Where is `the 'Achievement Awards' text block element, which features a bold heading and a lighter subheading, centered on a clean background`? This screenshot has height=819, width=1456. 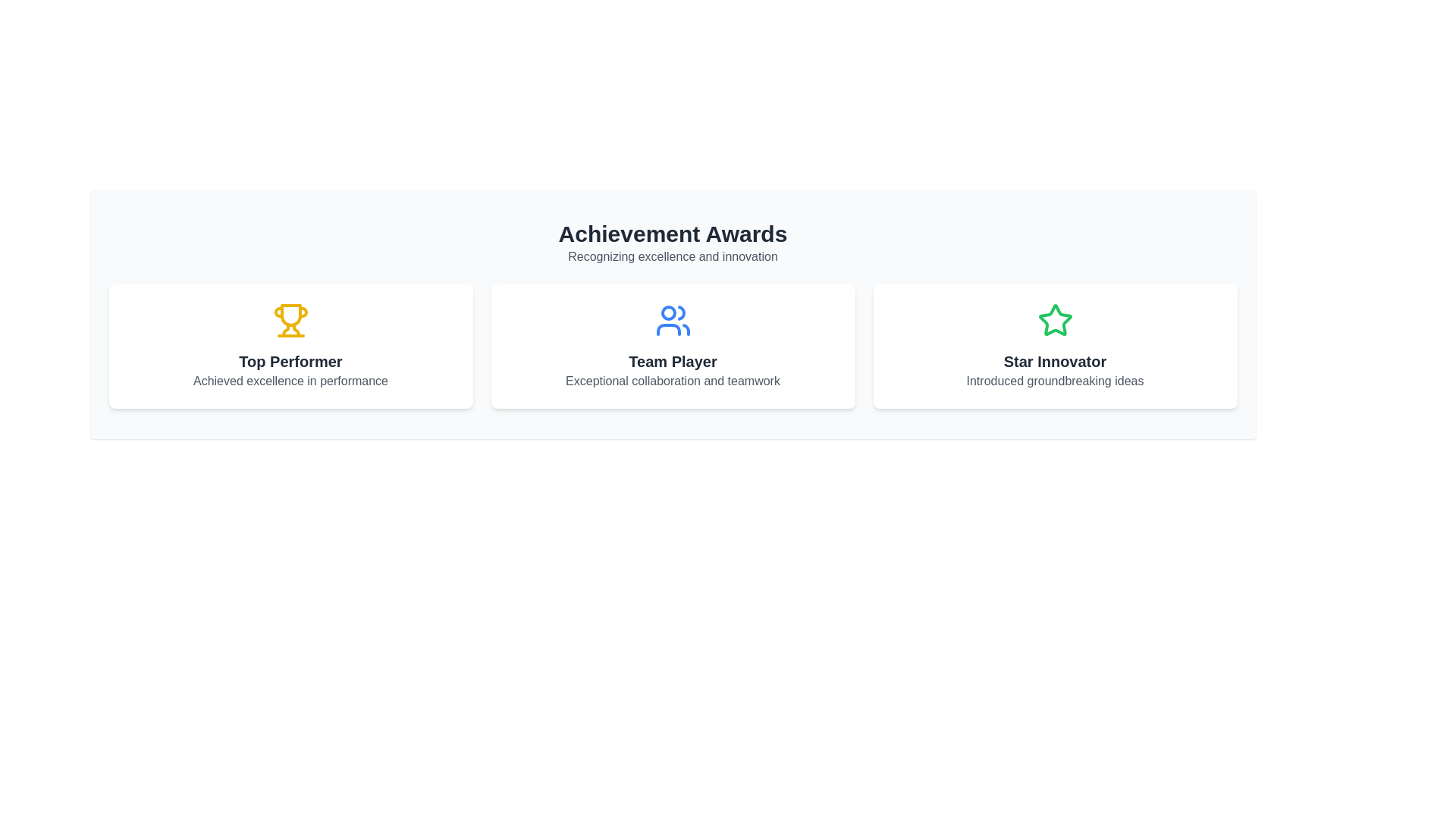
the 'Achievement Awards' text block element, which features a bold heading and a lighter subheading, centered on a clean background is located at coordinates (672, 242).